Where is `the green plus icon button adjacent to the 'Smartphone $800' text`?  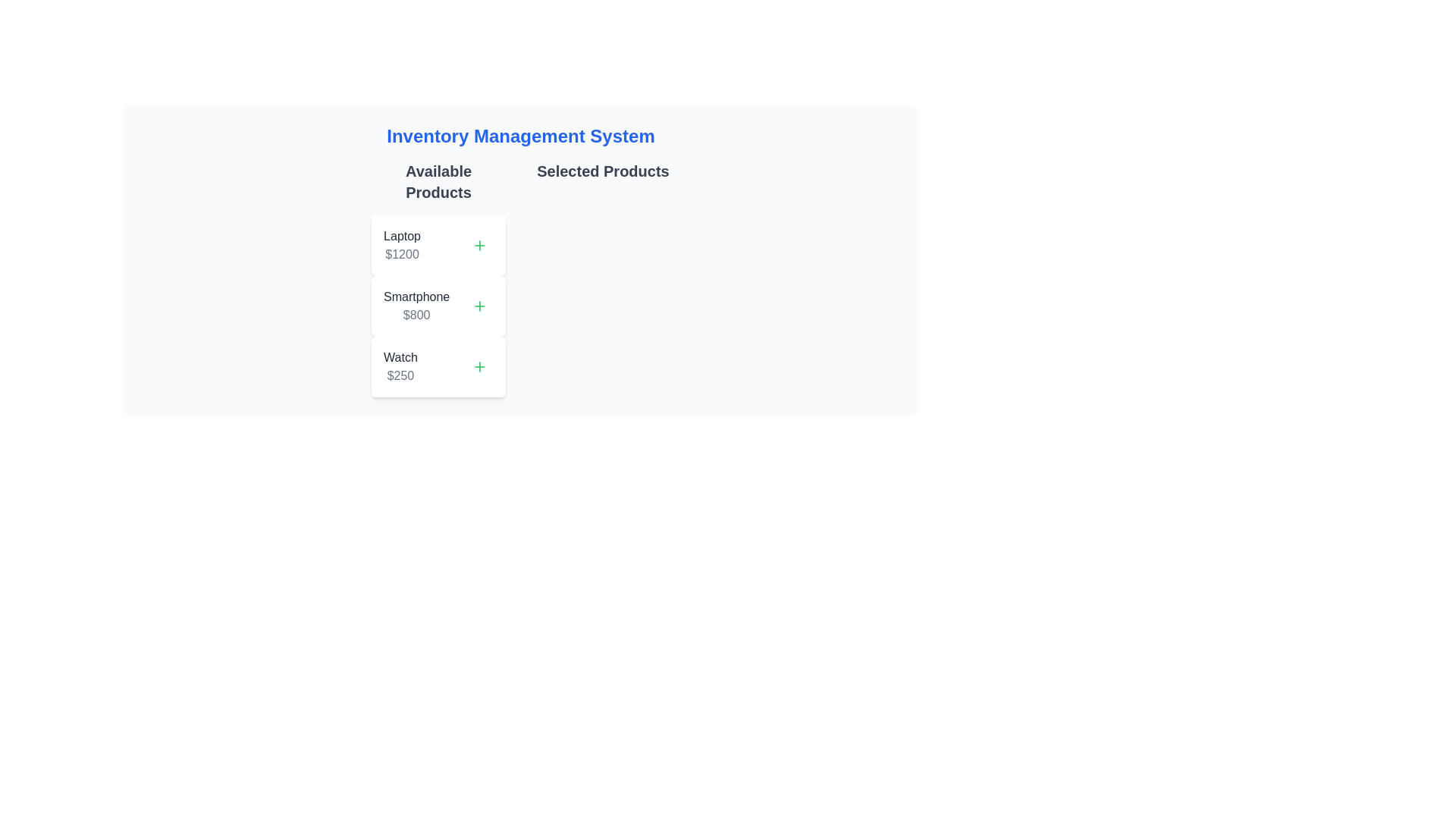 the green plus icon button adjacent to the 'Smartphone $800' text is located at coordinates (479, 306).